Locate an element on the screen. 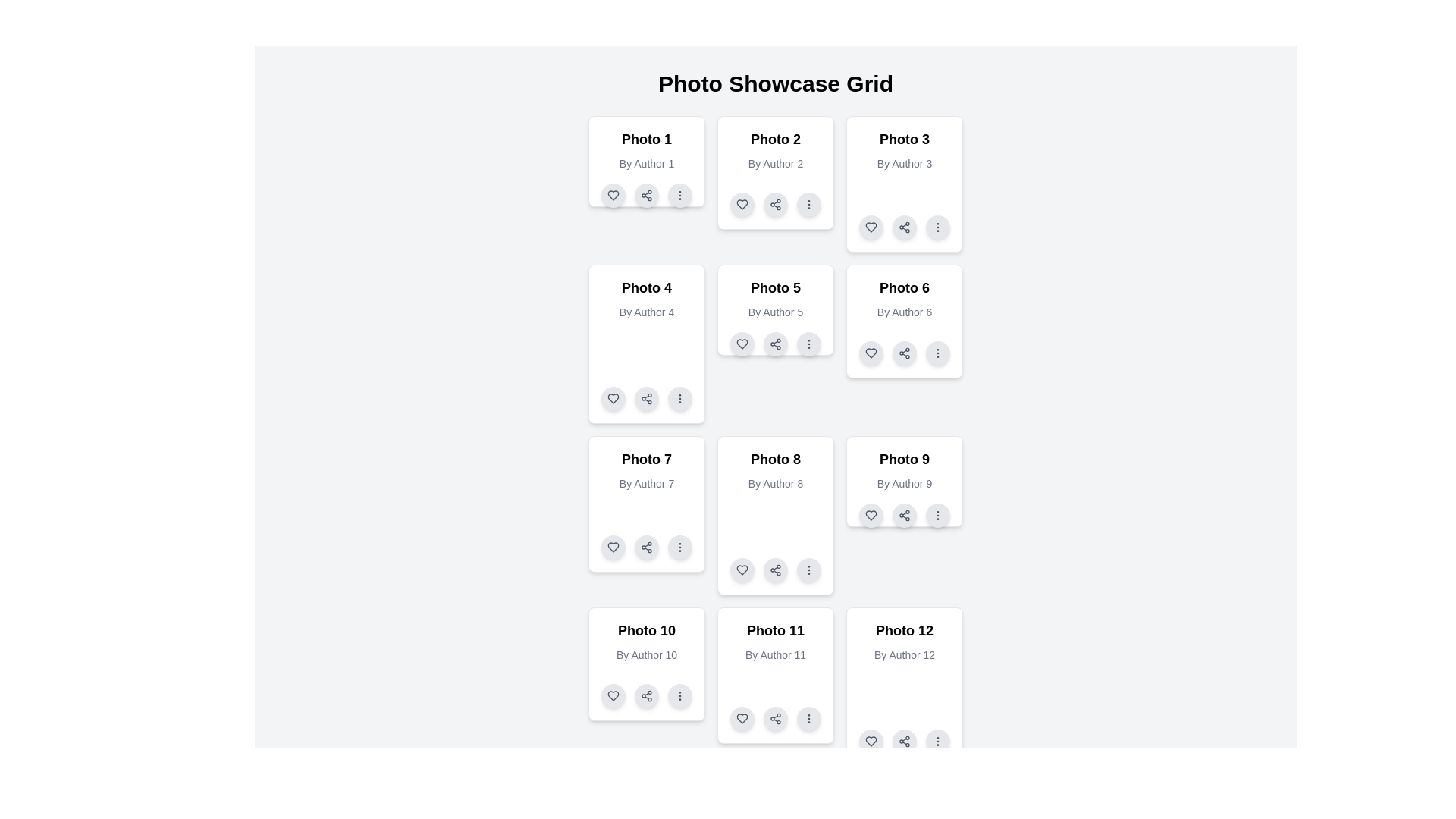  the sharing button located at the bottom of the 'Photo 12' card by 'Author 12' to initiate sharing is located at coordinates (905, 741).